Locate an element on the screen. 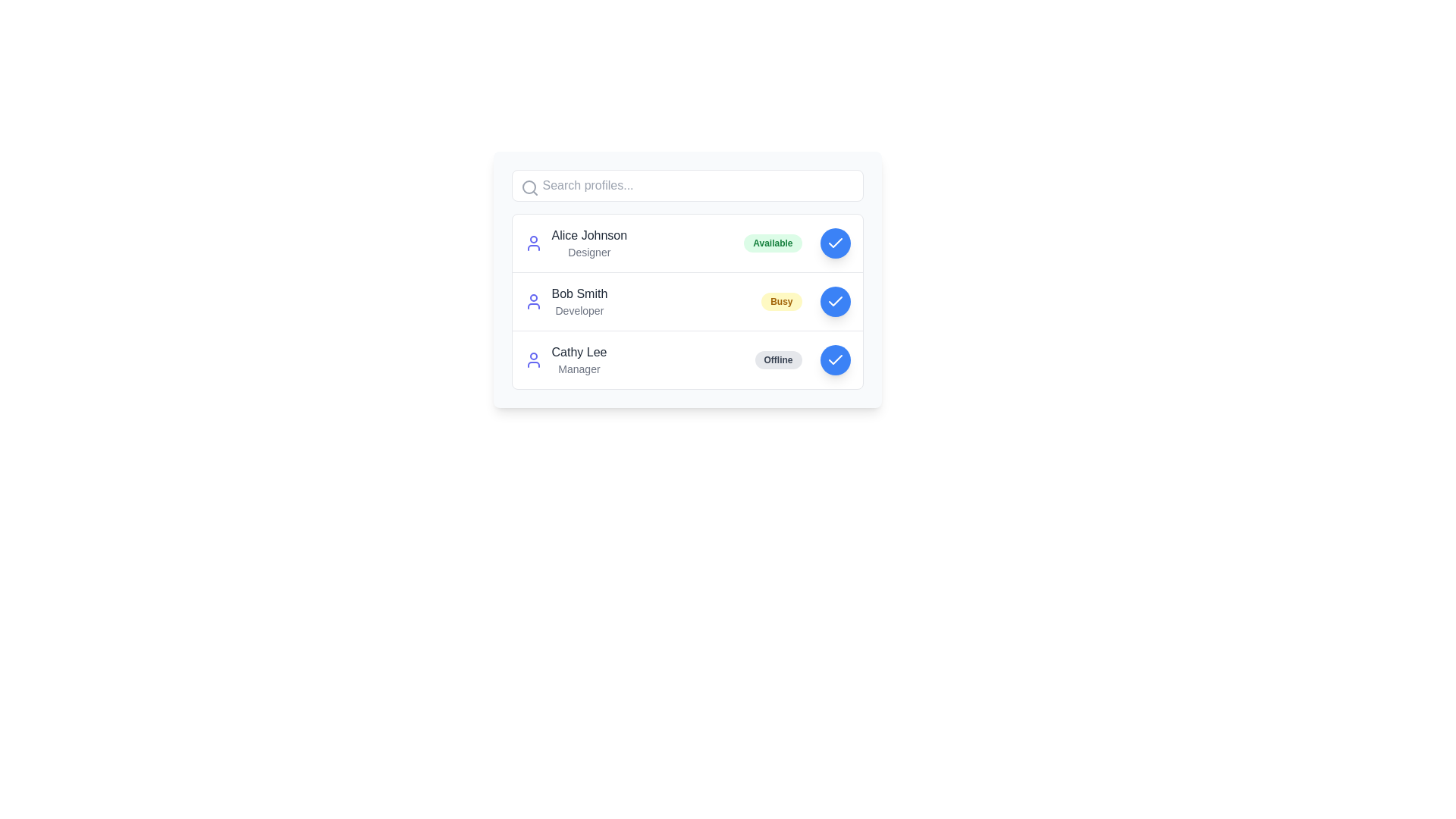 The image size is (1456, 819). the card entry for 'Alice Johnson', which is the first entry in the user list is located at coordinates (686, 242).